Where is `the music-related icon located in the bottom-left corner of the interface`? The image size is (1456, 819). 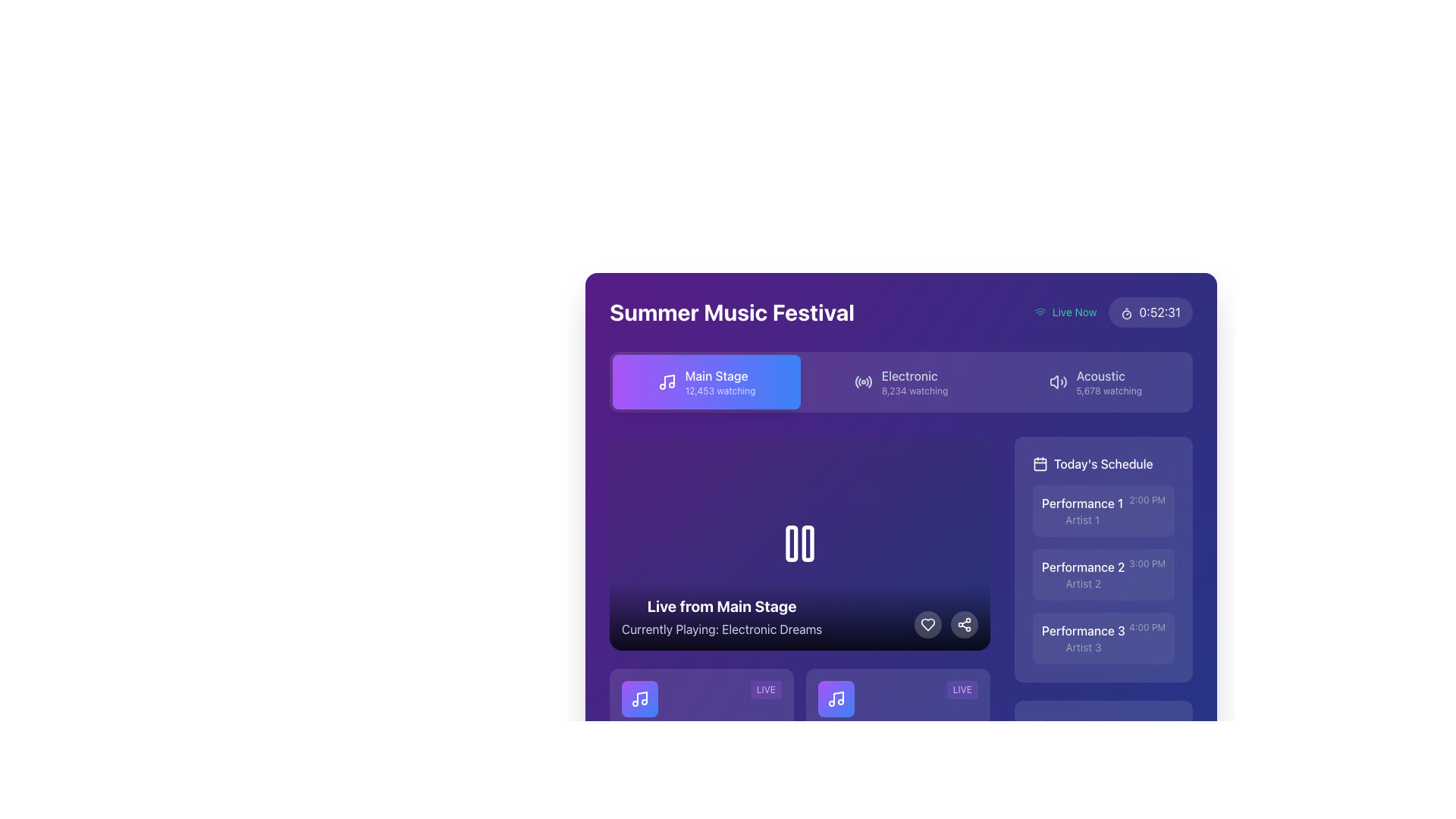 the music-related icon located in the bottom-left corner of the interface is located at coordinates (836, 698).